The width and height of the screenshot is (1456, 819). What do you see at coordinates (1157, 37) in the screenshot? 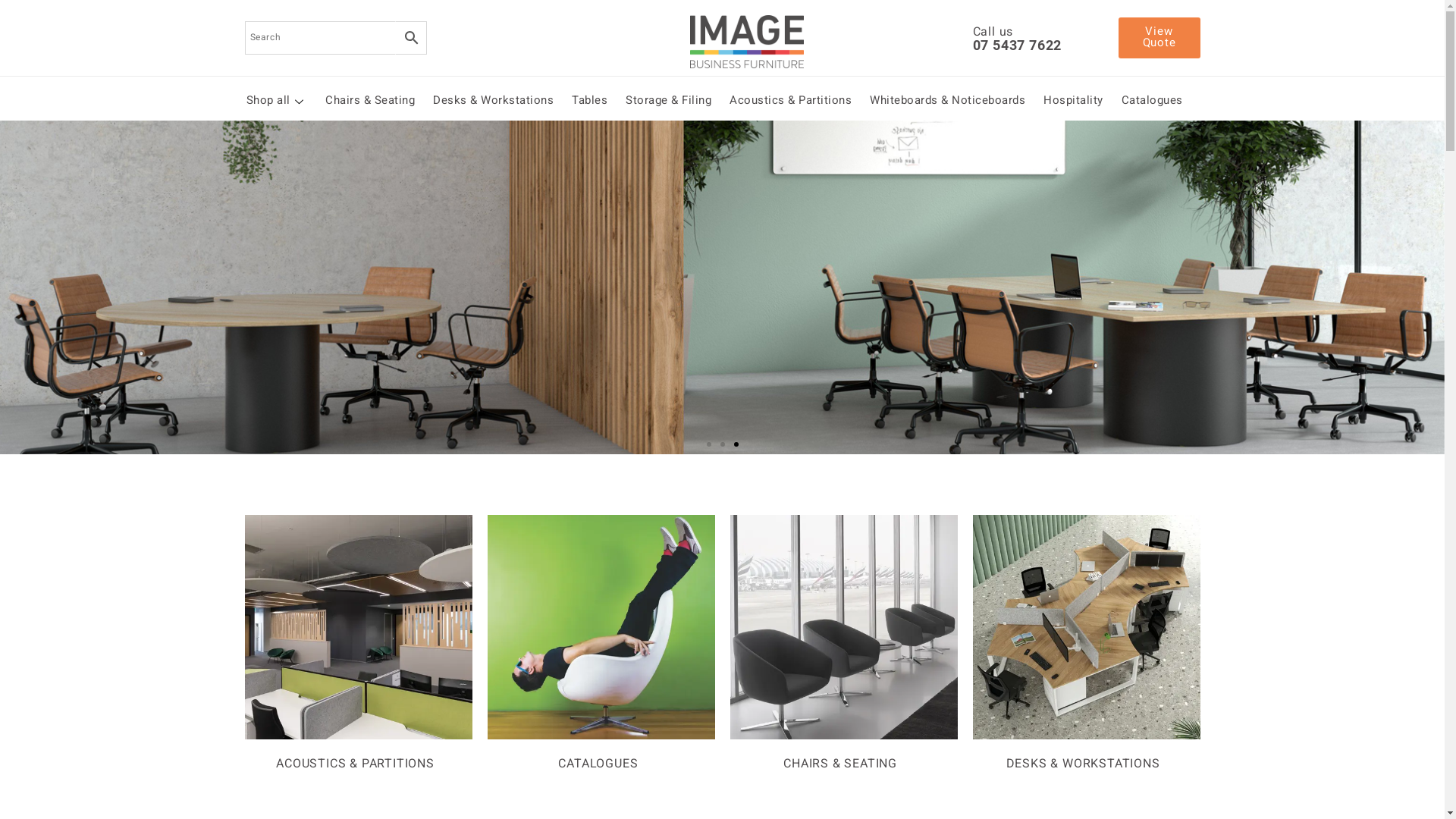
I see `'View Quote'` at bounding box center [1157, 37].